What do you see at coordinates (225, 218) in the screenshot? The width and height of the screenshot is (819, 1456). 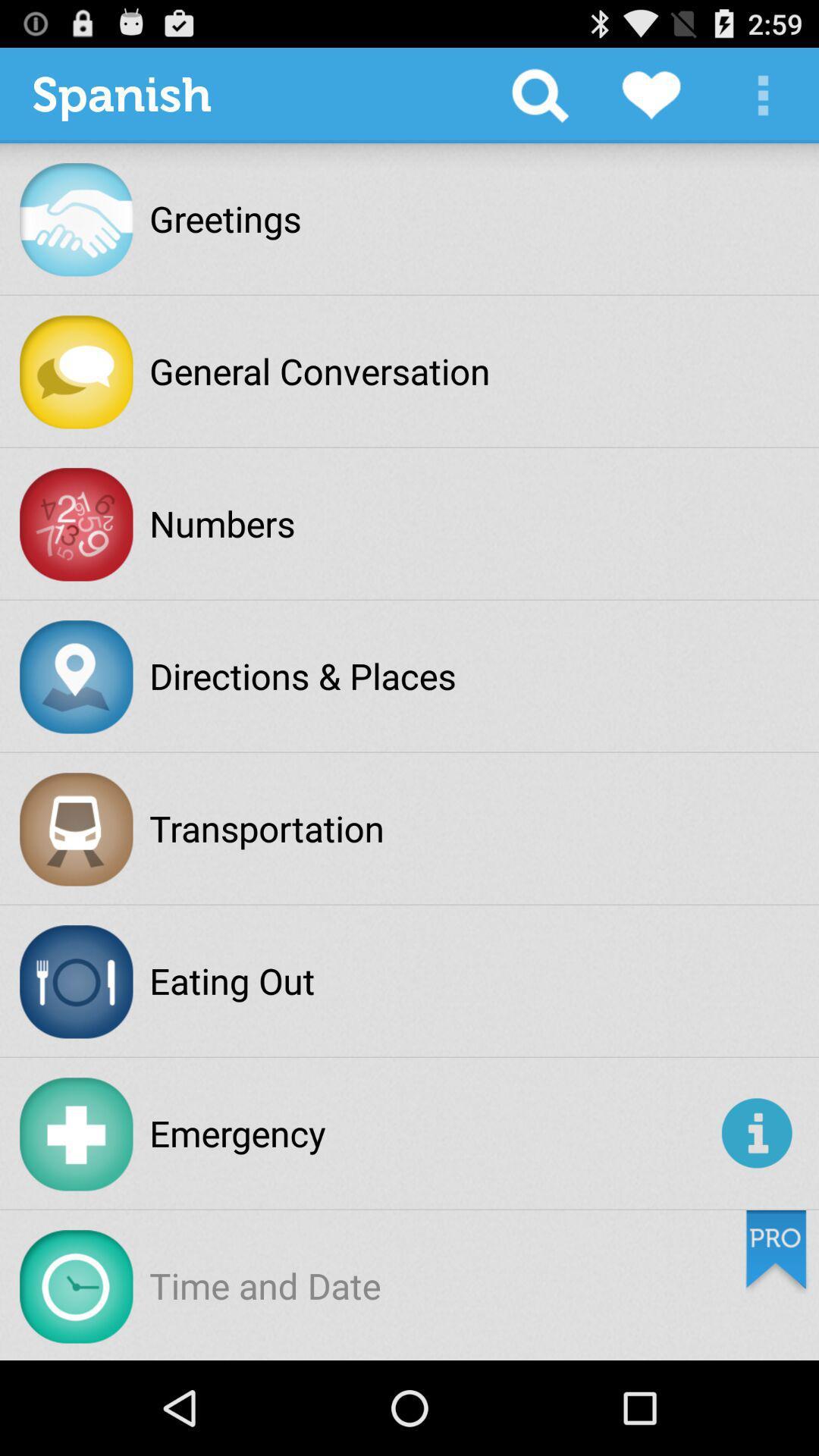 I see `the greetings item` at bounding box center [225, 218].